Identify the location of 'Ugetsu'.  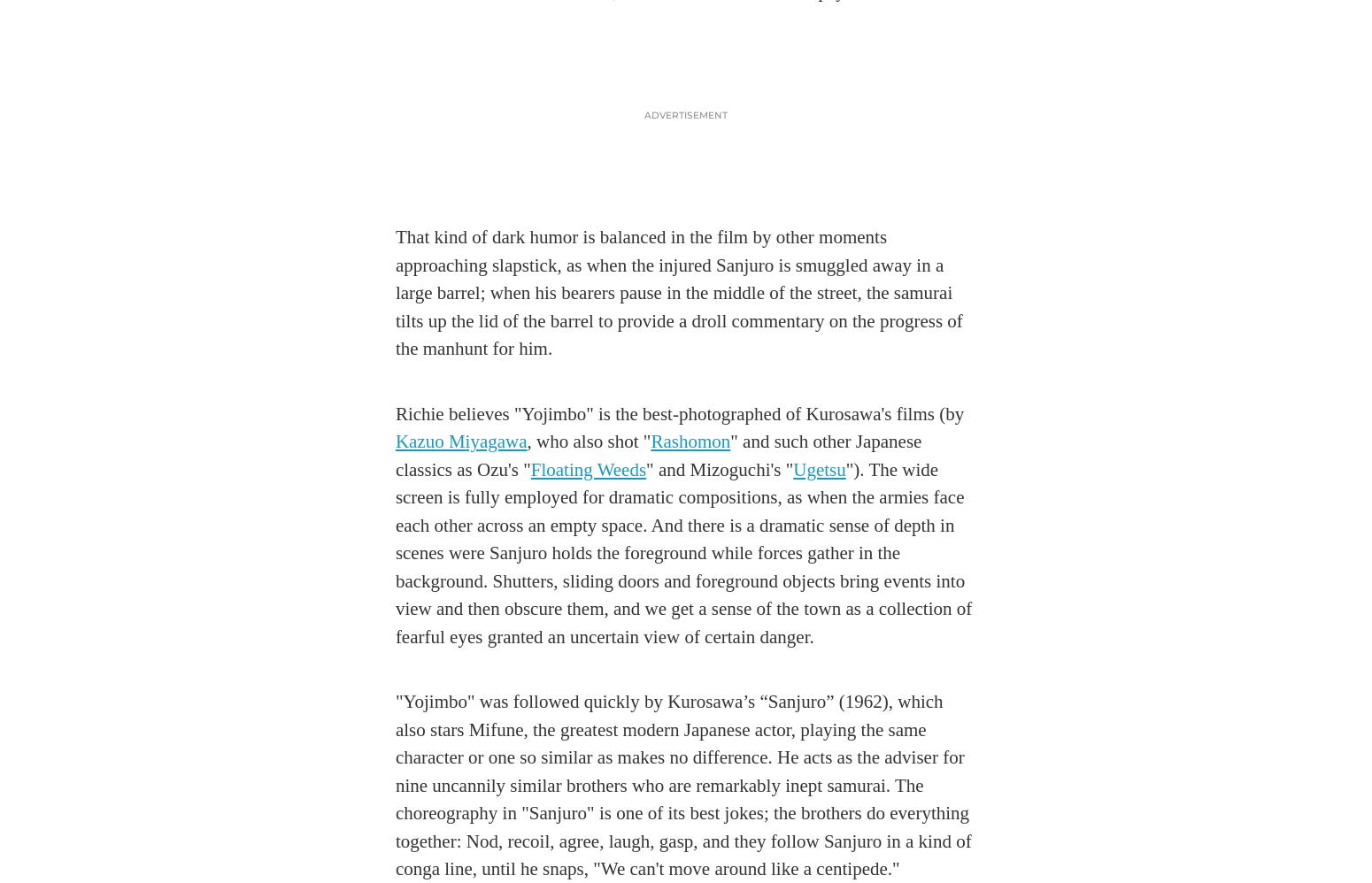
(793, 469).